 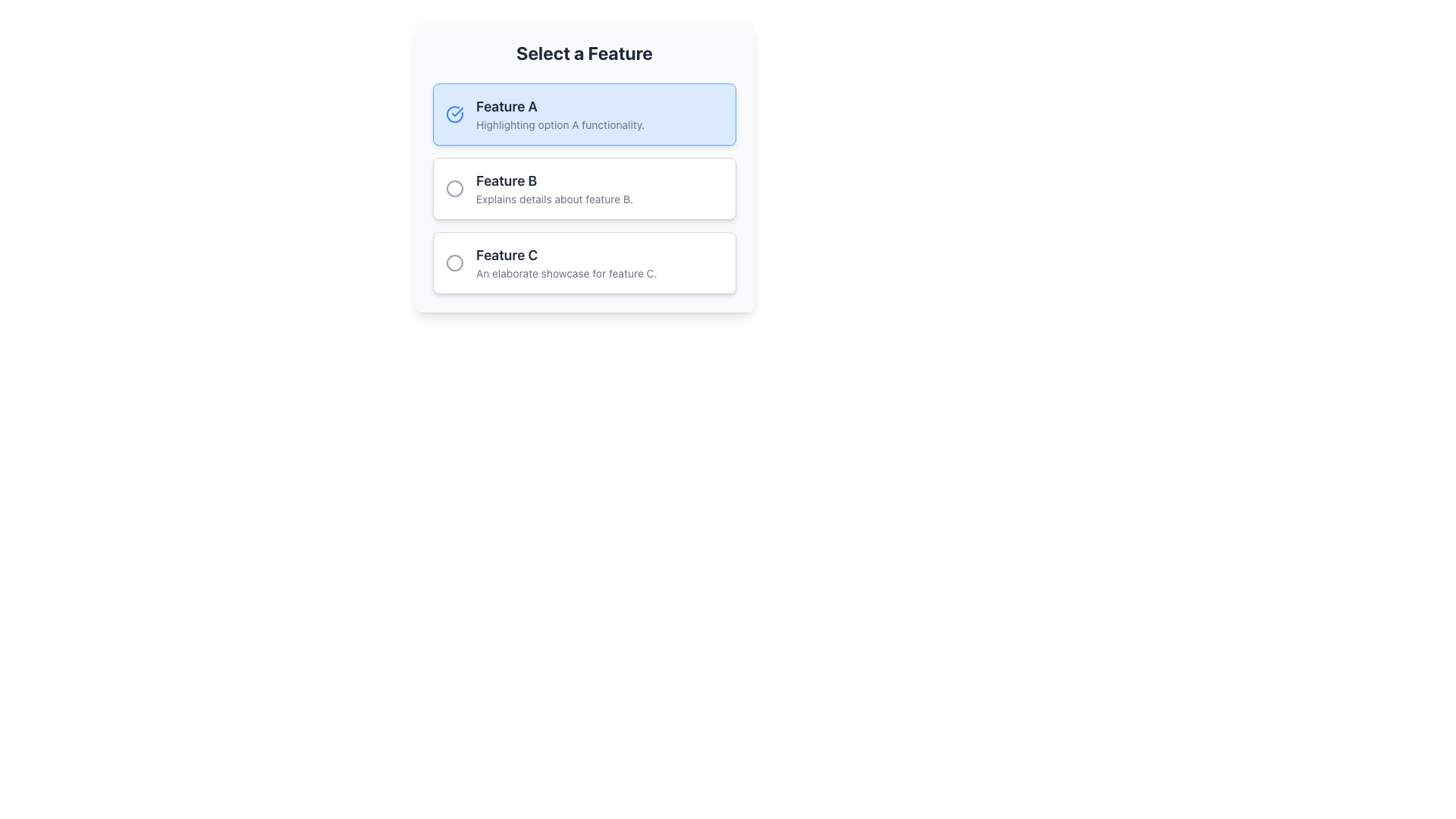 What do you see at coordinates (554, 198) in the screenshot?
I see `the descriptive text rendered in a smaller and lighter gray font located beneath the title 'Feature B' in the second selectable card to trigger any tooltip, if available` at bounding box center [554, 198].